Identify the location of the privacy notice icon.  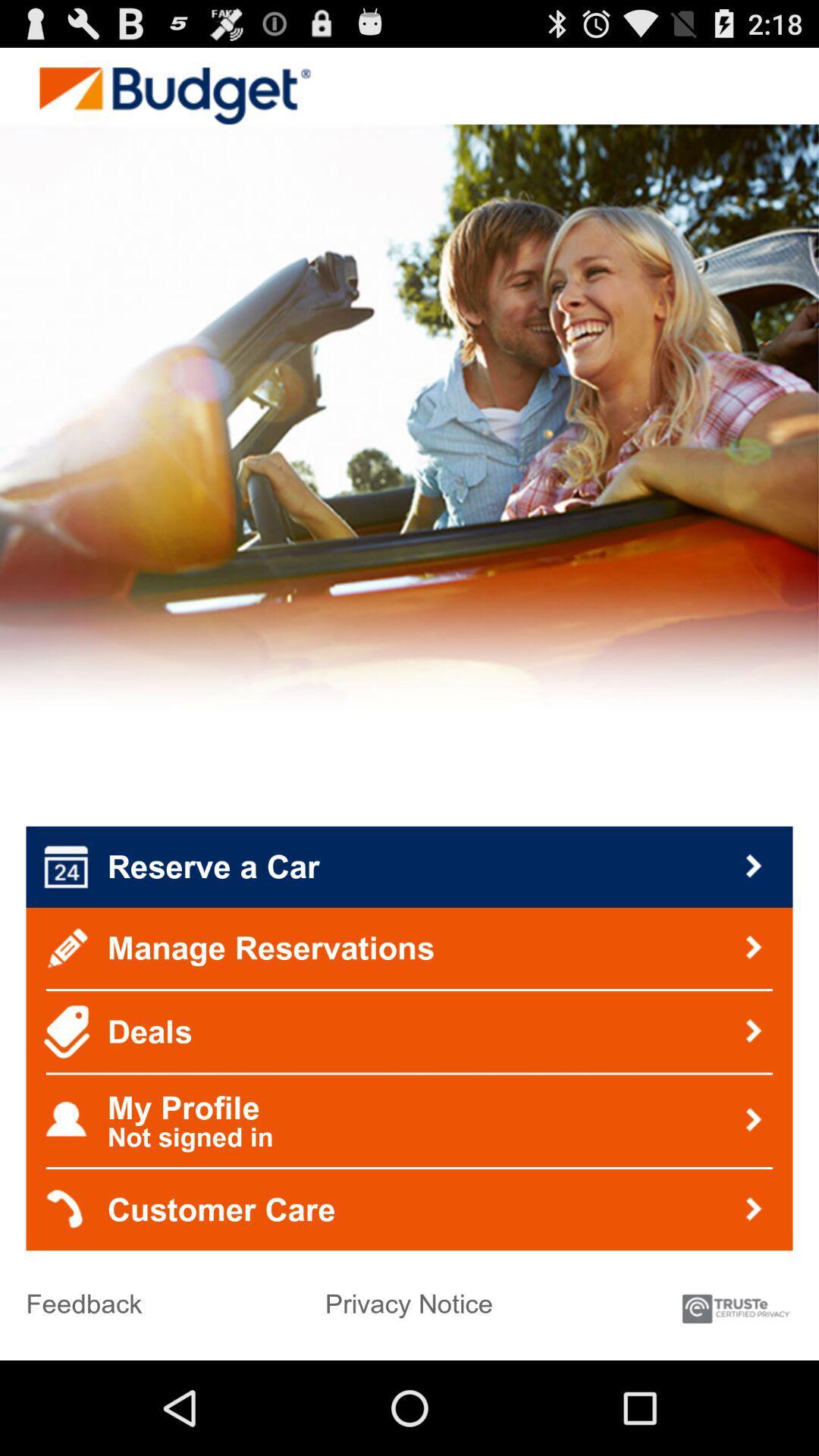
(408, 1297).